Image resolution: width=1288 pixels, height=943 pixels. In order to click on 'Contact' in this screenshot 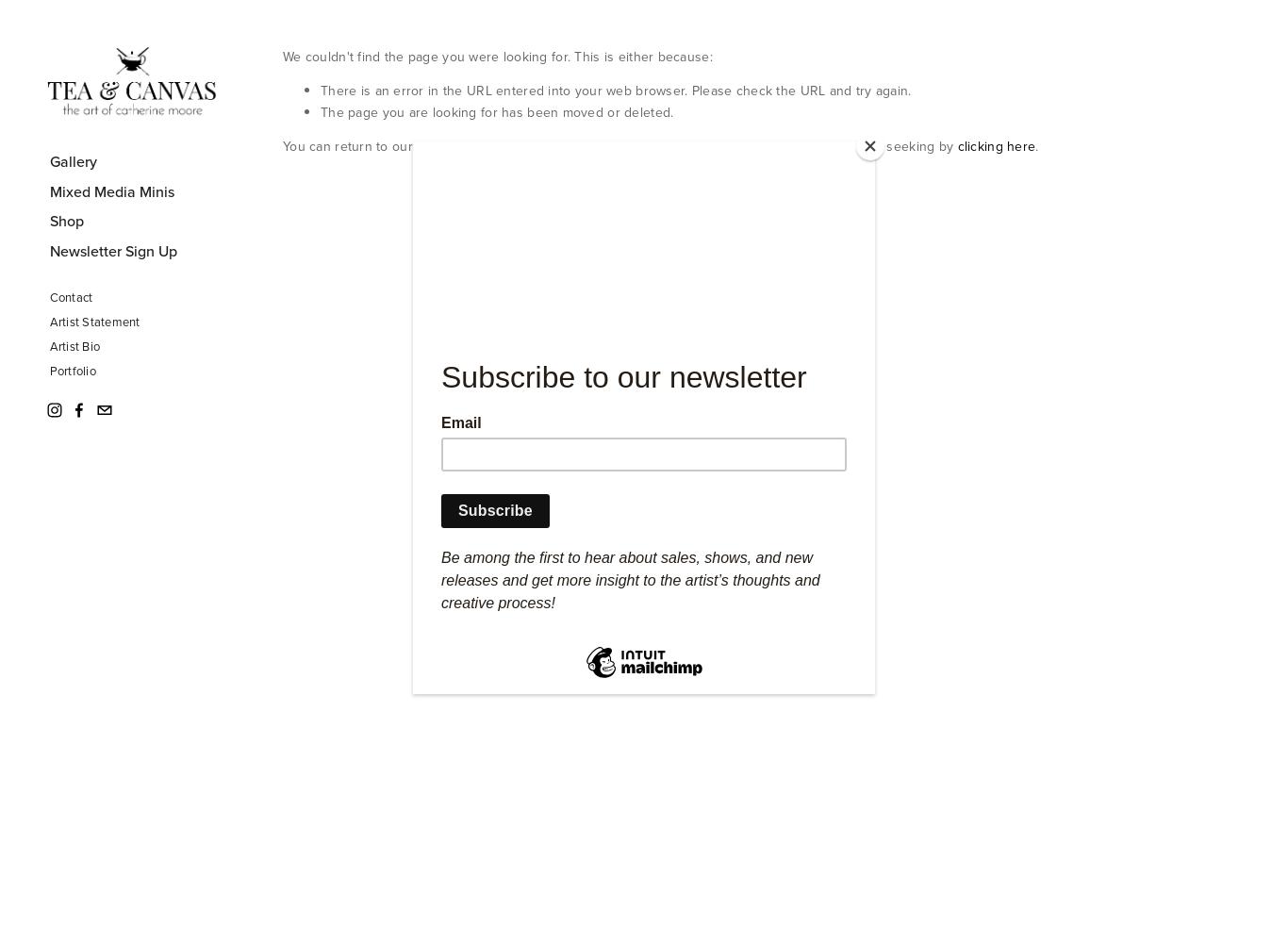, I will do `click(70, 295)`.